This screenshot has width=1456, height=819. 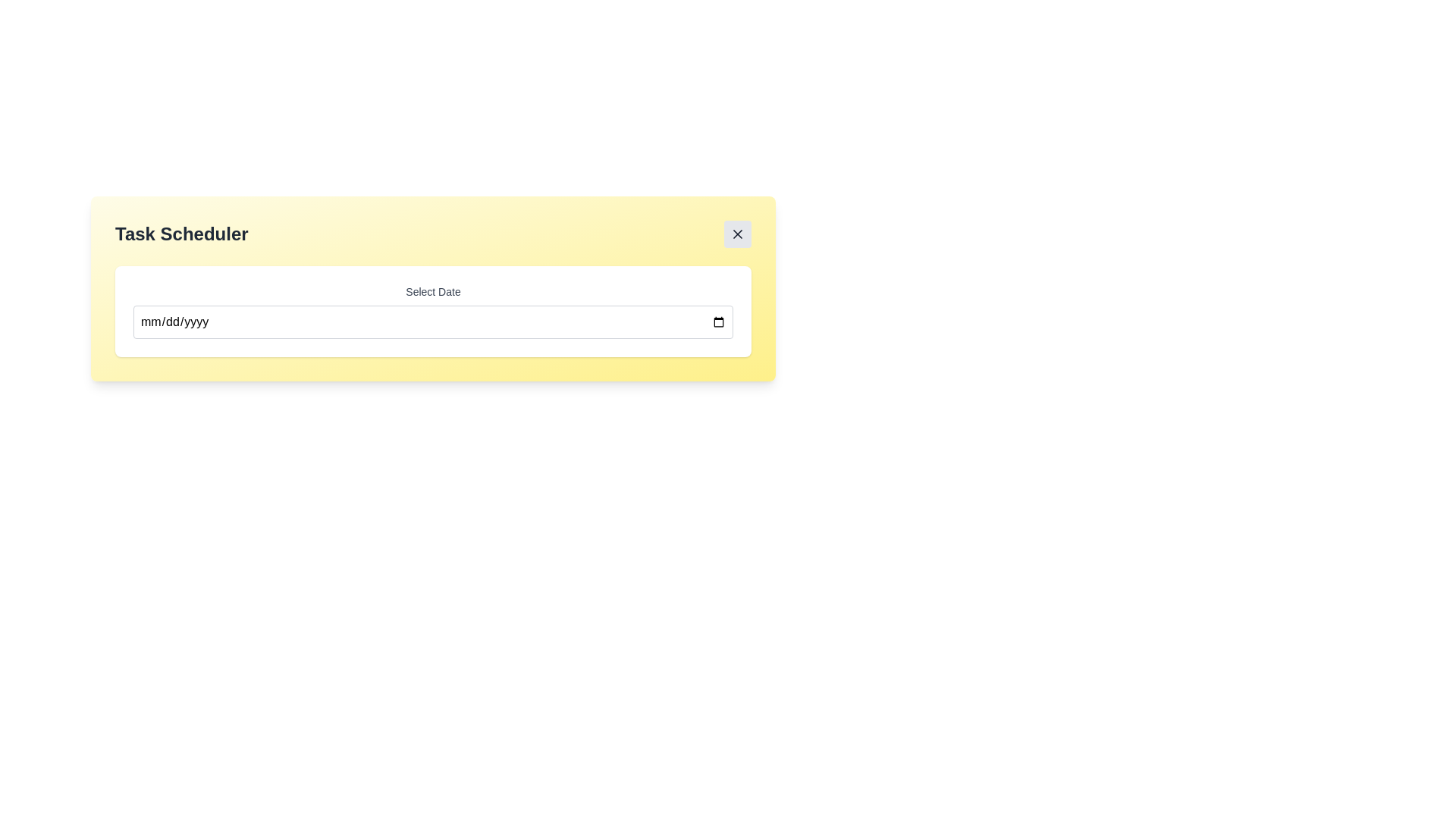 What do you see at coordinates (432, 234) in the screenshot?
I see `the 'Task Scheduler' header section for accessibility purposes` at bounding box center [432, 234].